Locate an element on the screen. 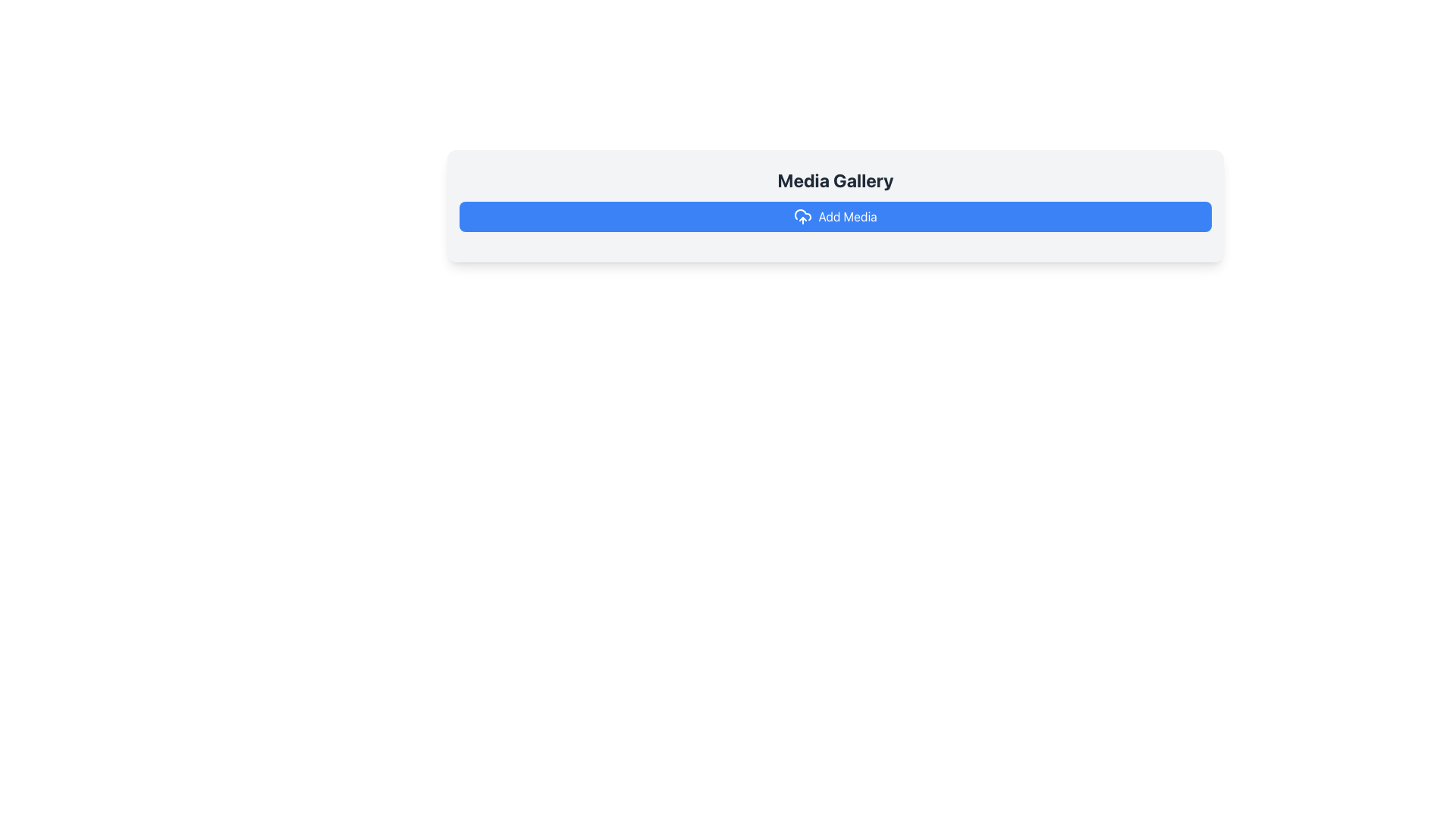  the 'Add Media' button located in the 'Media Gallery' section header area, which is visually represented by a light gray rounded box containing the button is located at coordinates (835, 199).